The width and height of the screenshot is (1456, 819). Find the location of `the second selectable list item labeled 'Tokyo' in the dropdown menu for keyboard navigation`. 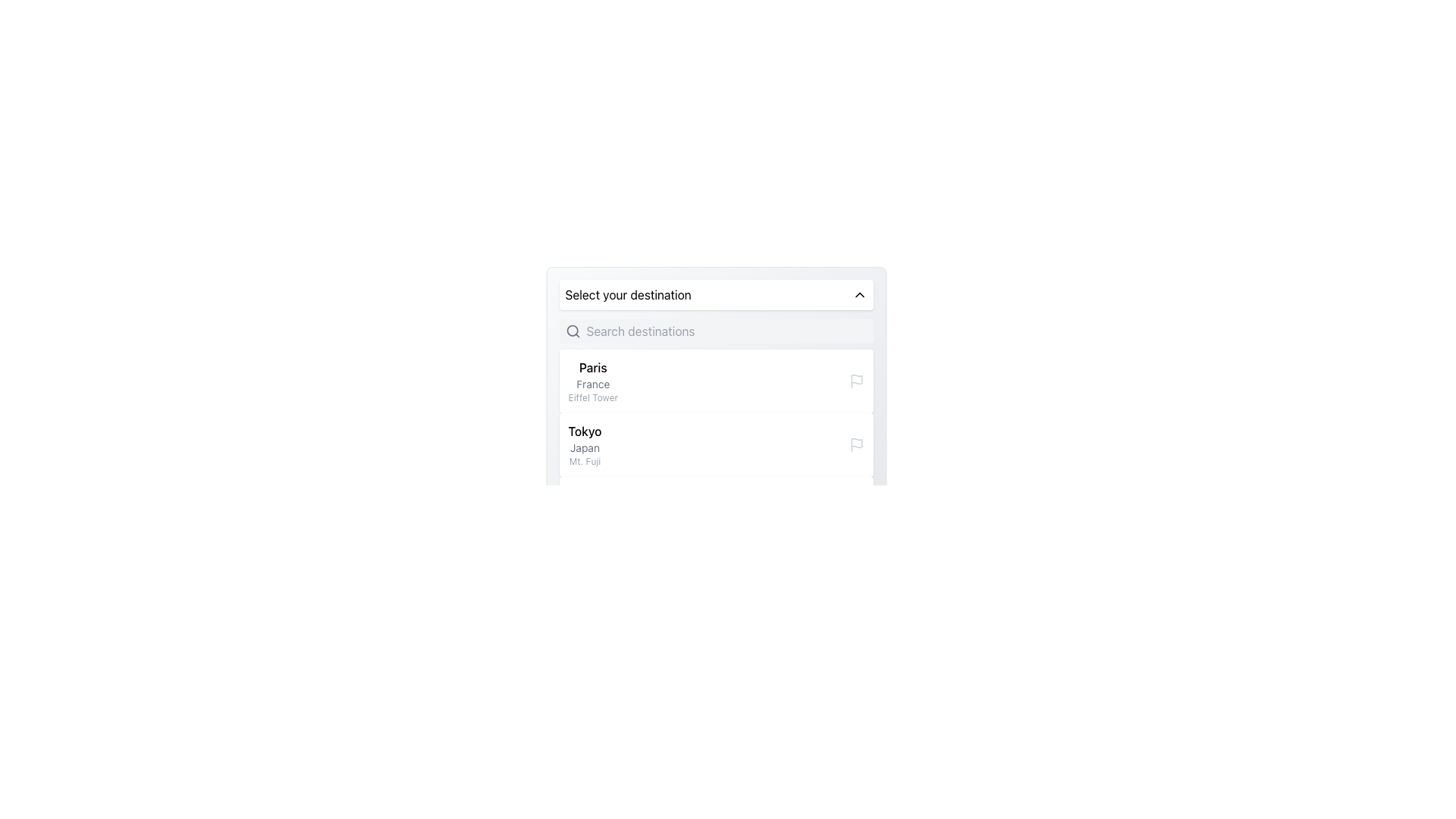

the second selectable list item labeled 'Tokyo' in the dropdown menu for keyboard navigation is located at coordinates (715, 444).